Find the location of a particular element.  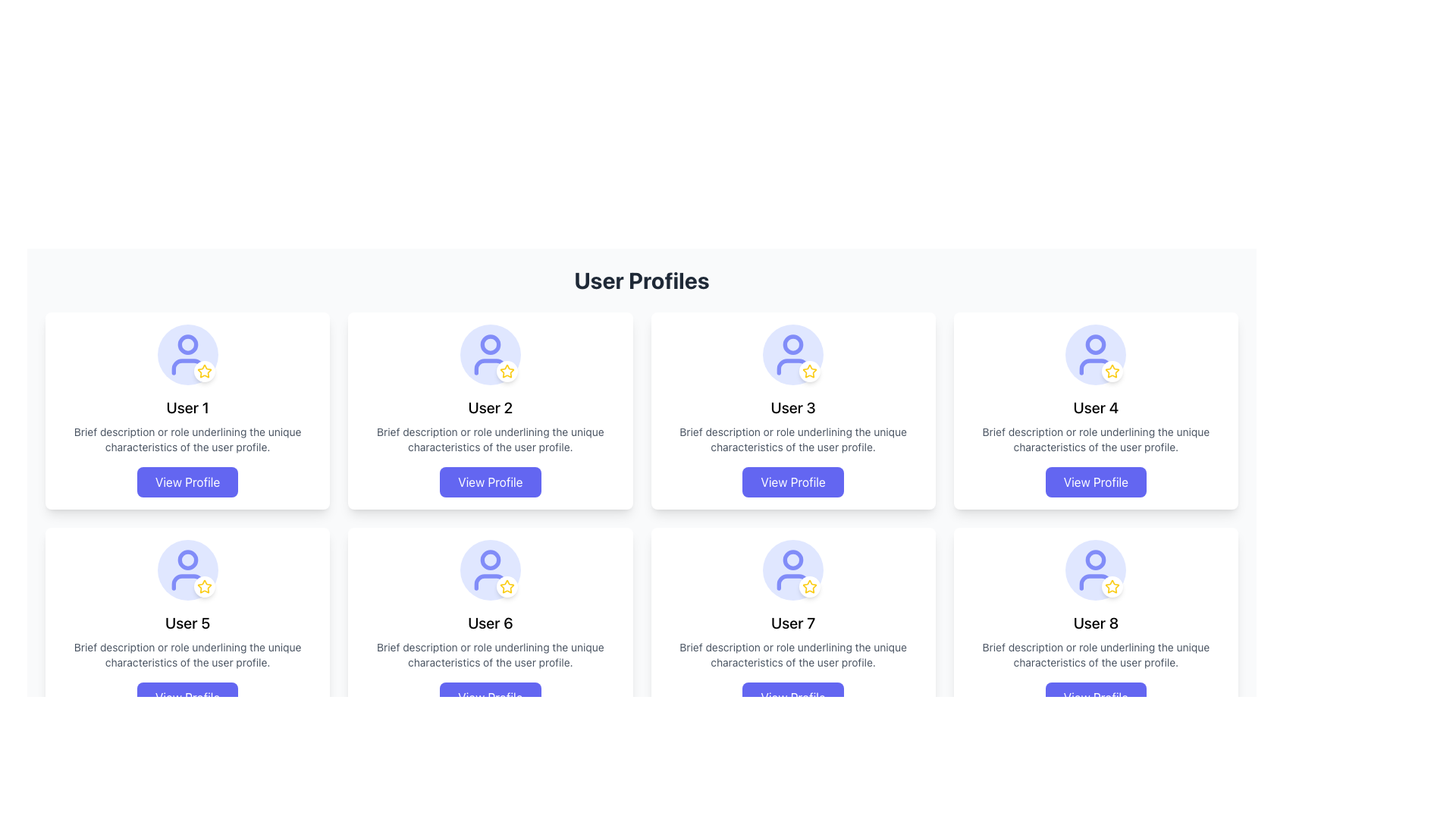

text label providing supplementary information for the user profile identified as 'User 7', which is located beneath the user identifier and above the 'View Profile' button in the seventh user profile card is located at coordinates (792, 654).